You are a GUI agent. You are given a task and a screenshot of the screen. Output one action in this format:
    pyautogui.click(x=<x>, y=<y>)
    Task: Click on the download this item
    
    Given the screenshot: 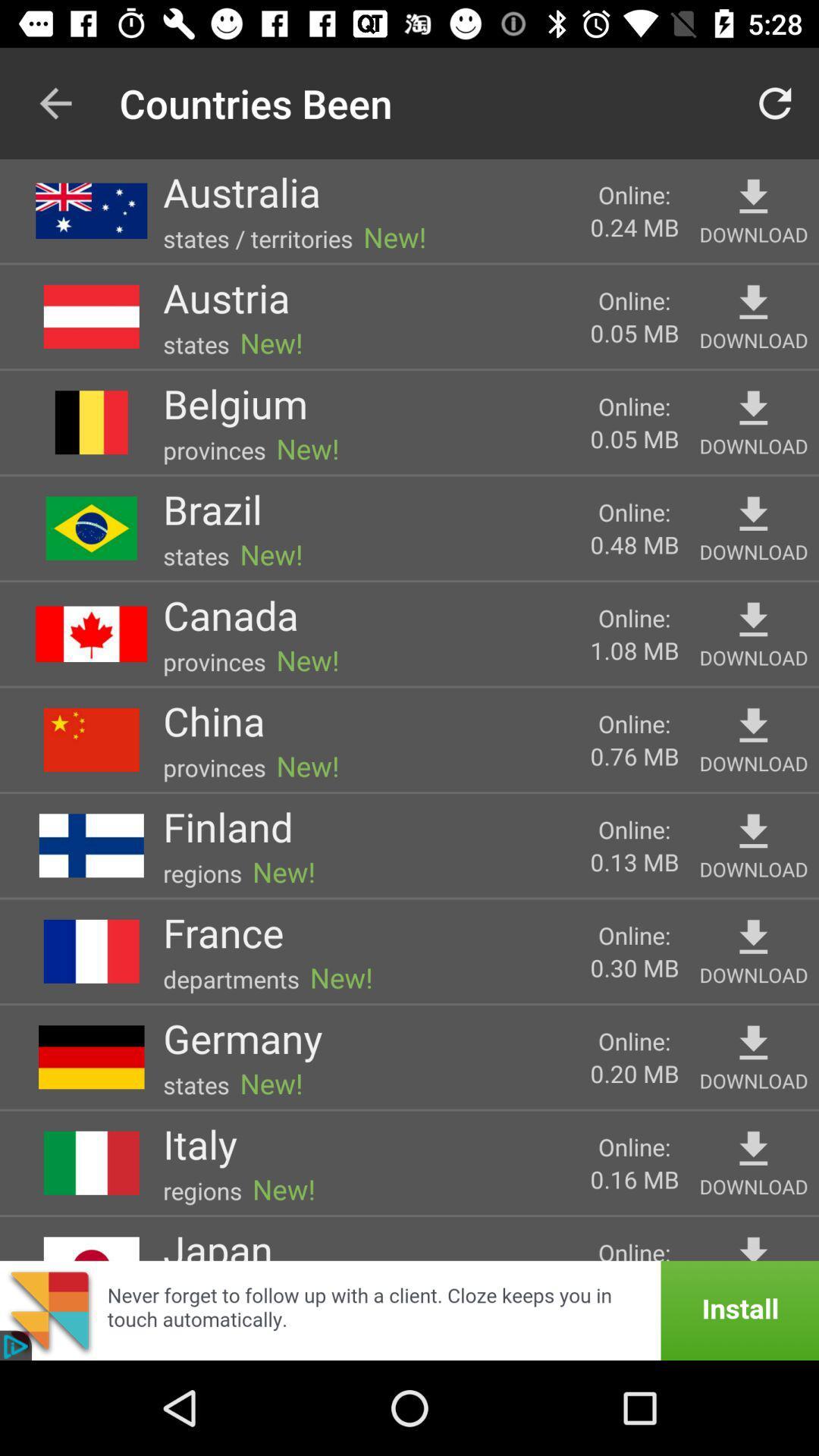 What is the action you would take?
    pyautogui.click(x=753, y=196)
    